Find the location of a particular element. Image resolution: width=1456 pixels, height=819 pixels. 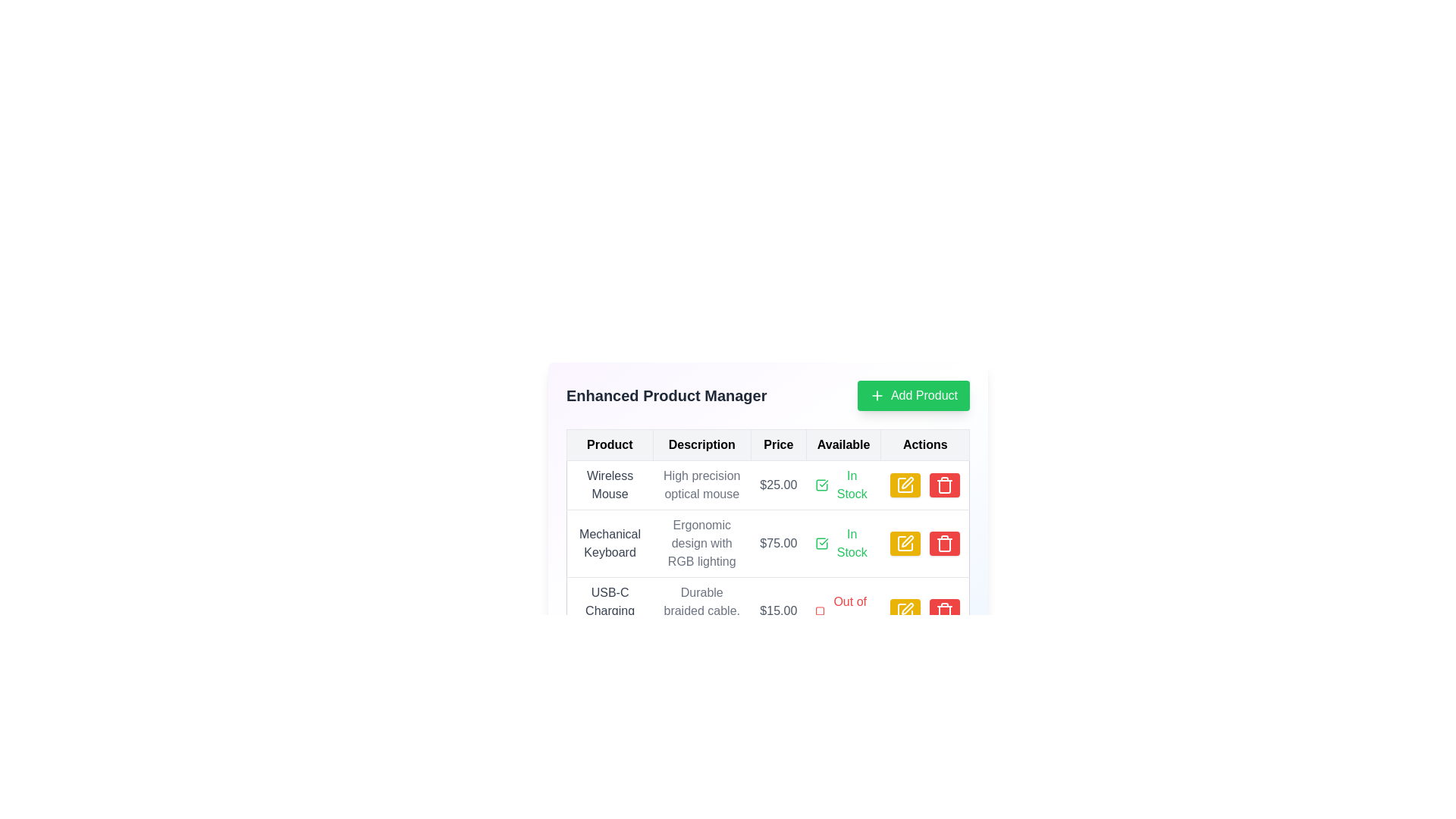

the Table Header Row element that has a light gray background and contains the titles 'Product', 'Description', 'Price', 'Available', and 'Actions' is located at coordinates (767, 444).